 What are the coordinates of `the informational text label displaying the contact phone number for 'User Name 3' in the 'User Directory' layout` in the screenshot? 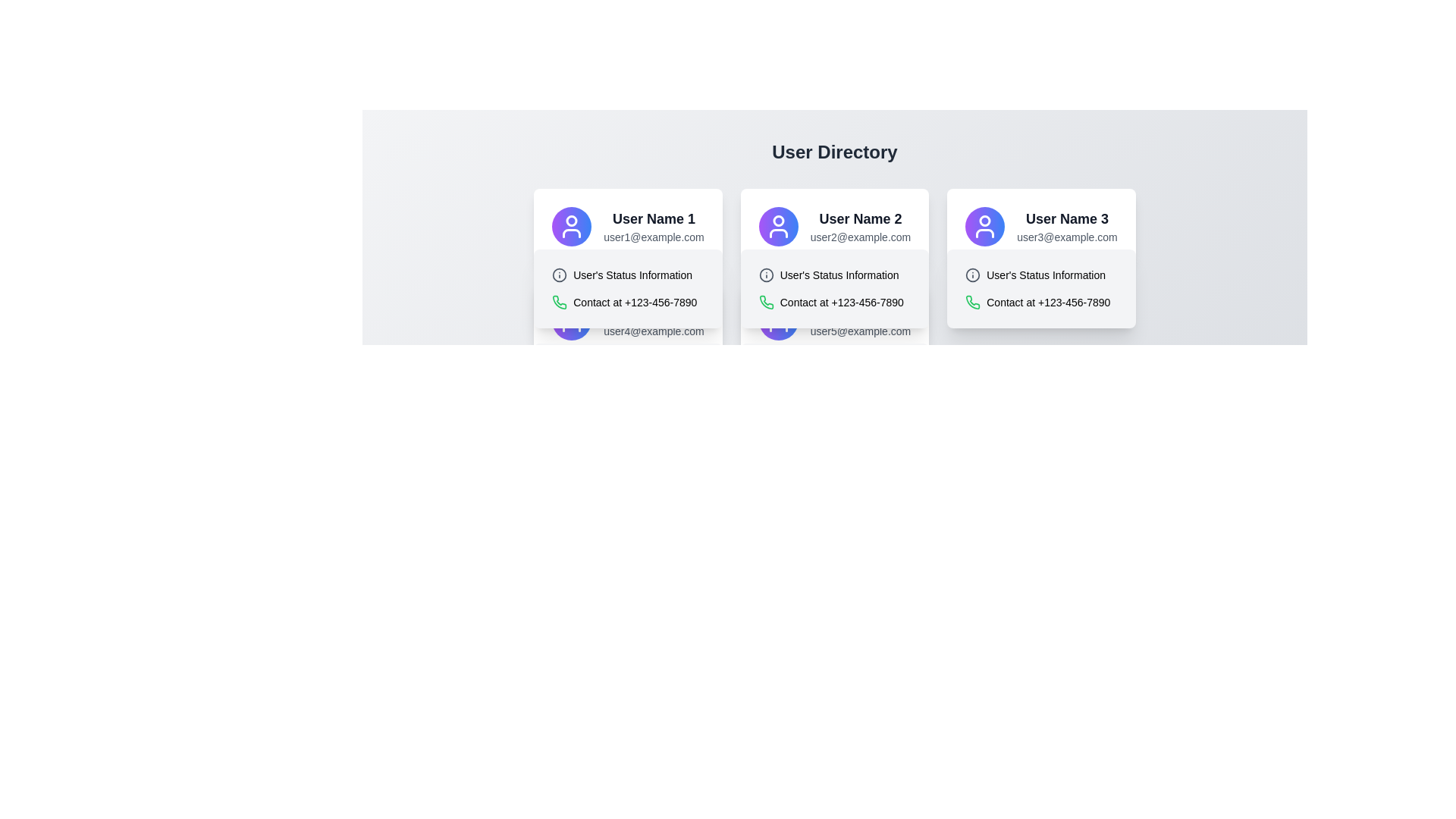 It's located at (1047, 302).